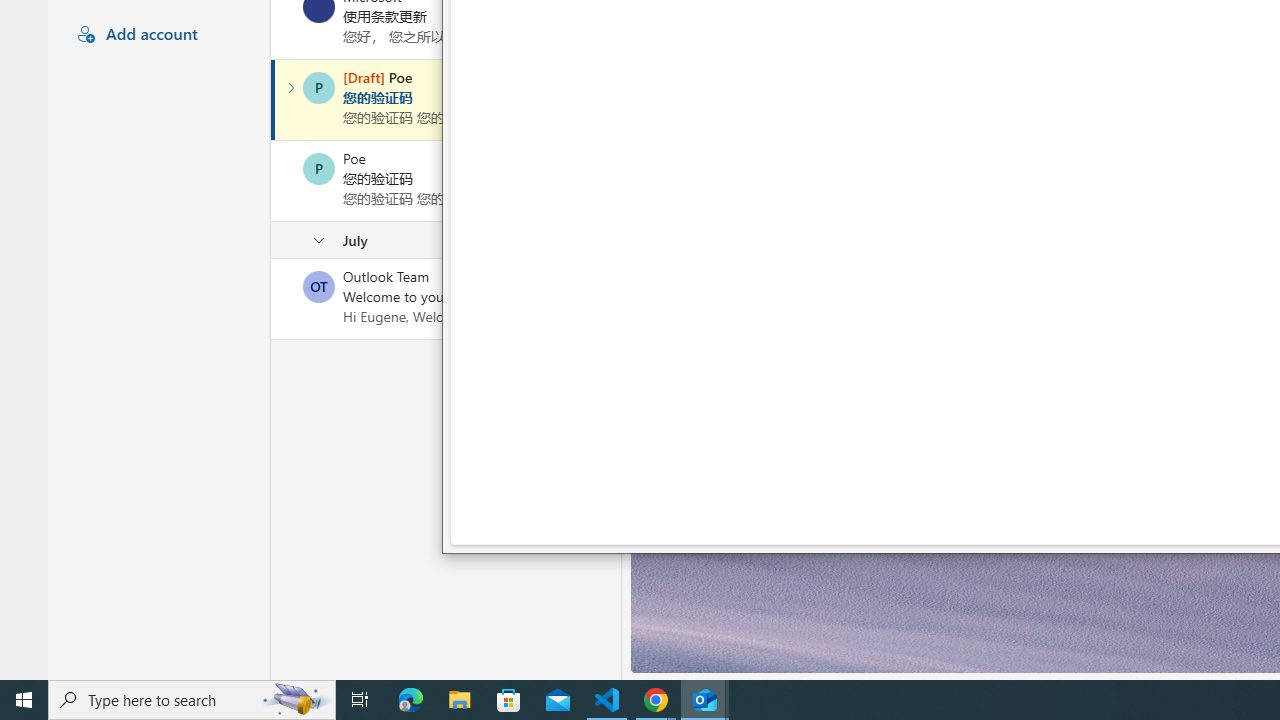 This screenshot has height=720, width=1280. What do you see at coordinates (359, 698) in the screenshot?
I see `'Task View'` at bounding box center [359, 698].